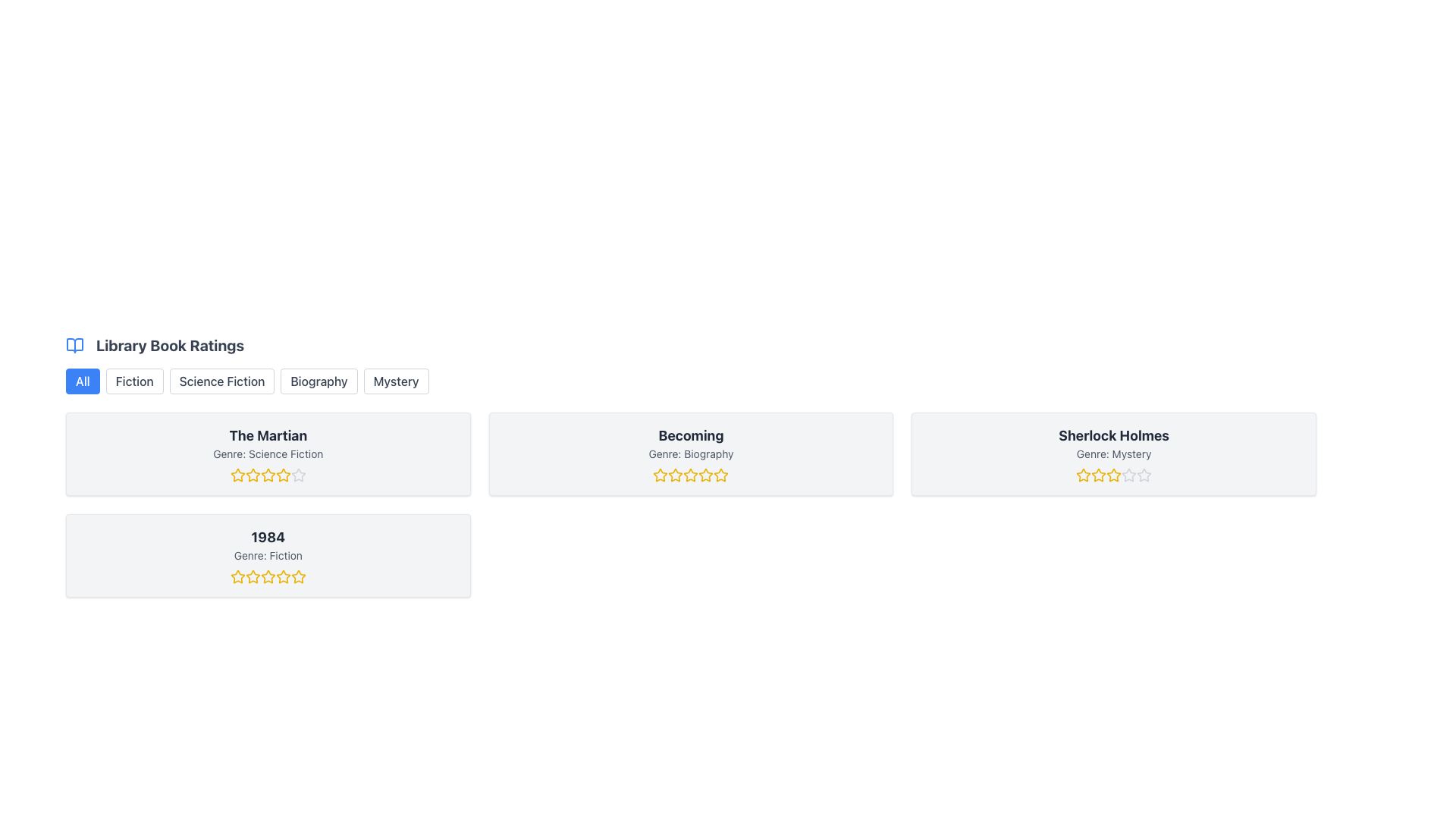  I want to click on the third star in the rating row, so click(268, 474).